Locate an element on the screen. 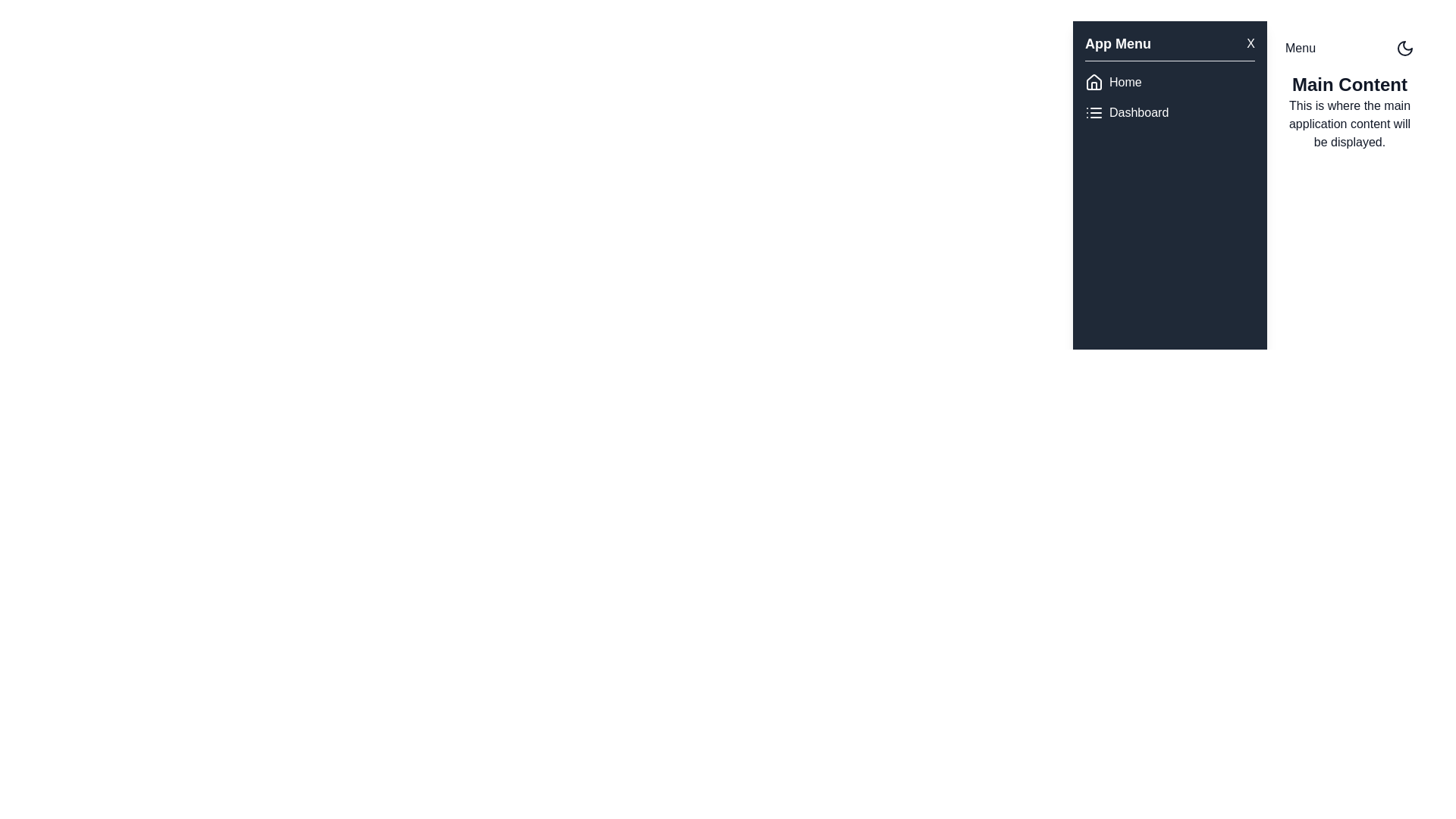  the house-shaped icon in the sidebar menu is located at coordinates (1094, 82).